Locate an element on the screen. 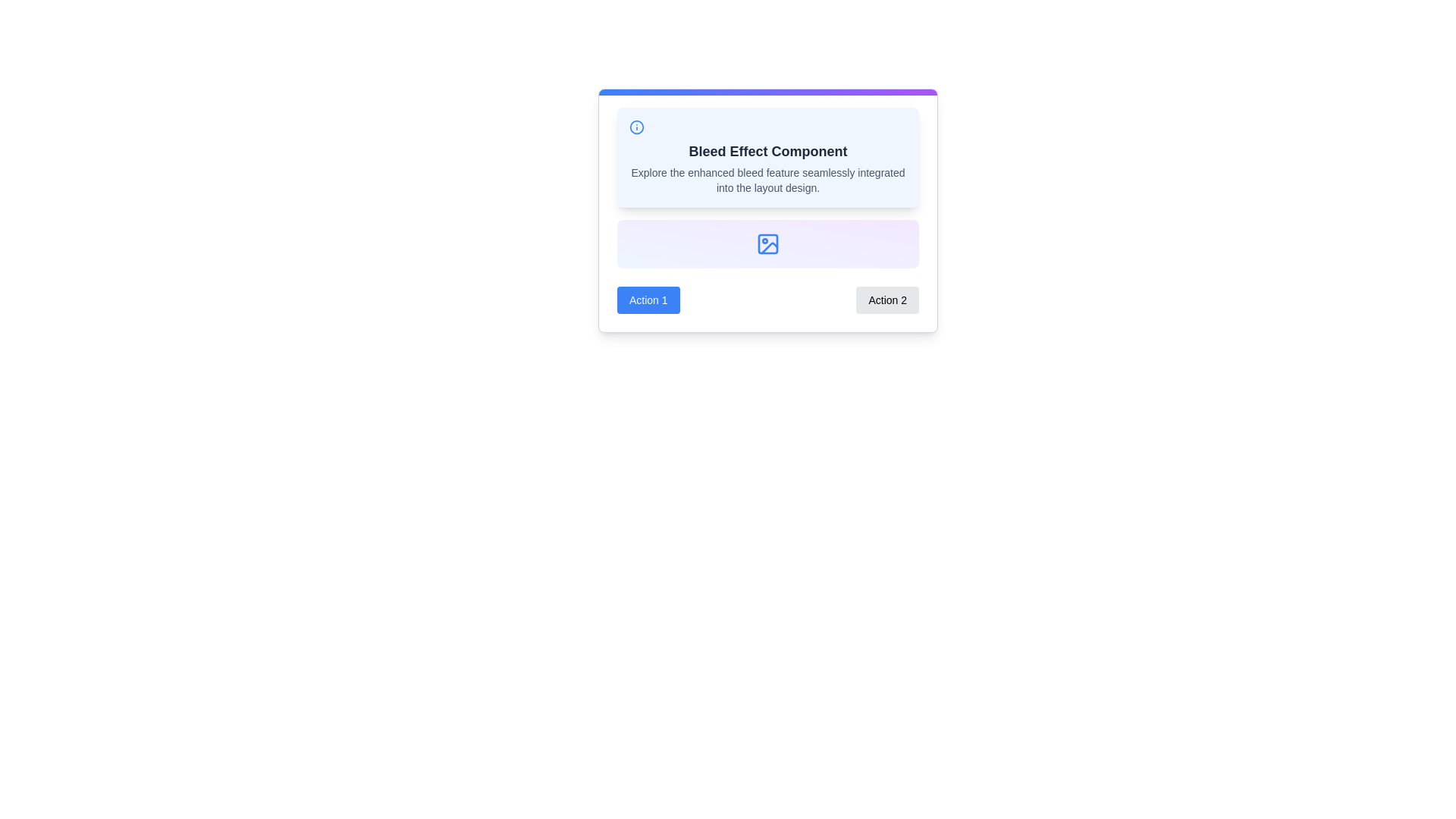 This screenshot has width=1456, height=819. the button labeled 'Action 1' with a blue background is located at coordinates (648, 300).